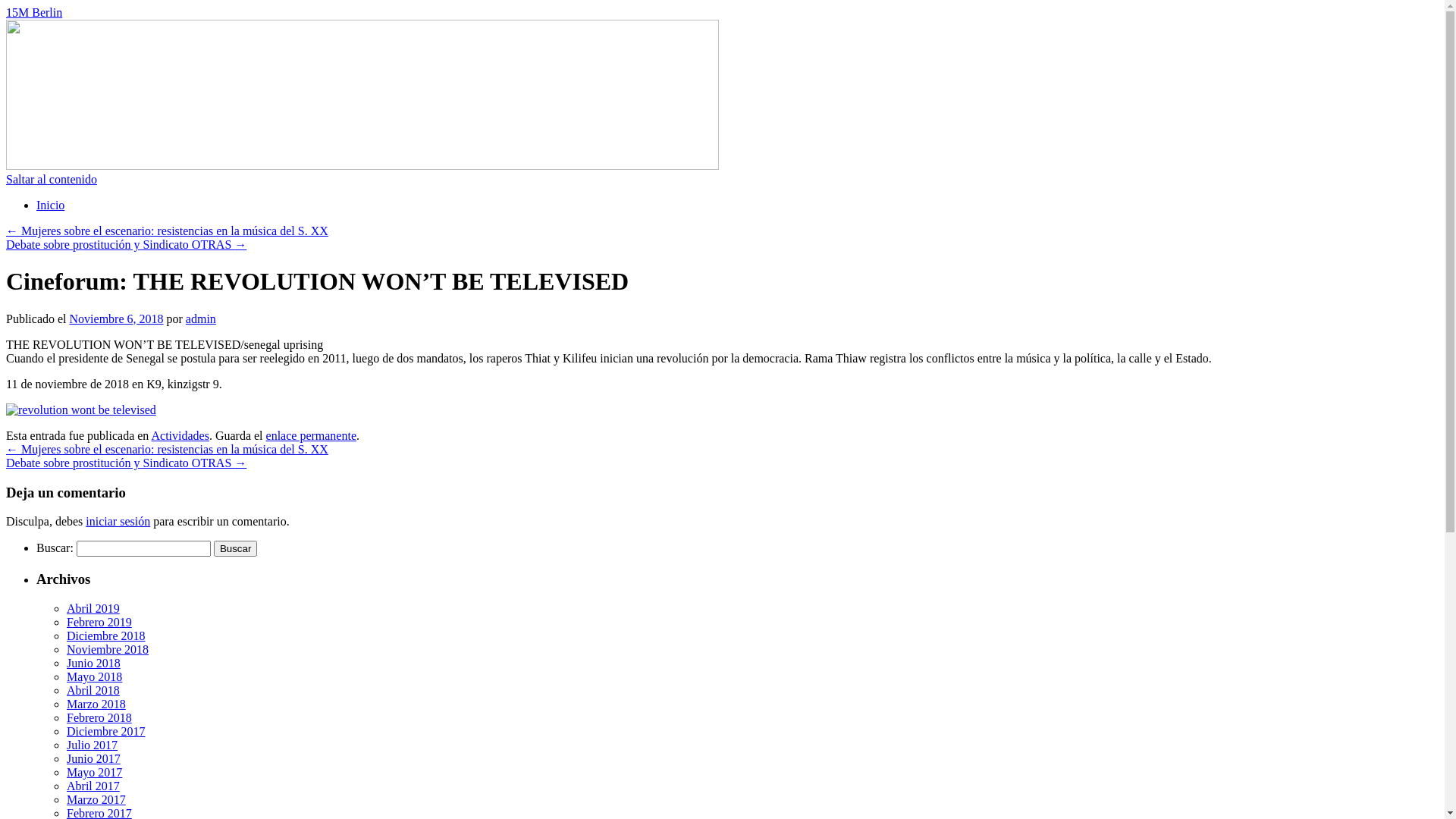 The image size is (1456, 819). I want to click on 'Febrero 2018', so click(65, 717).